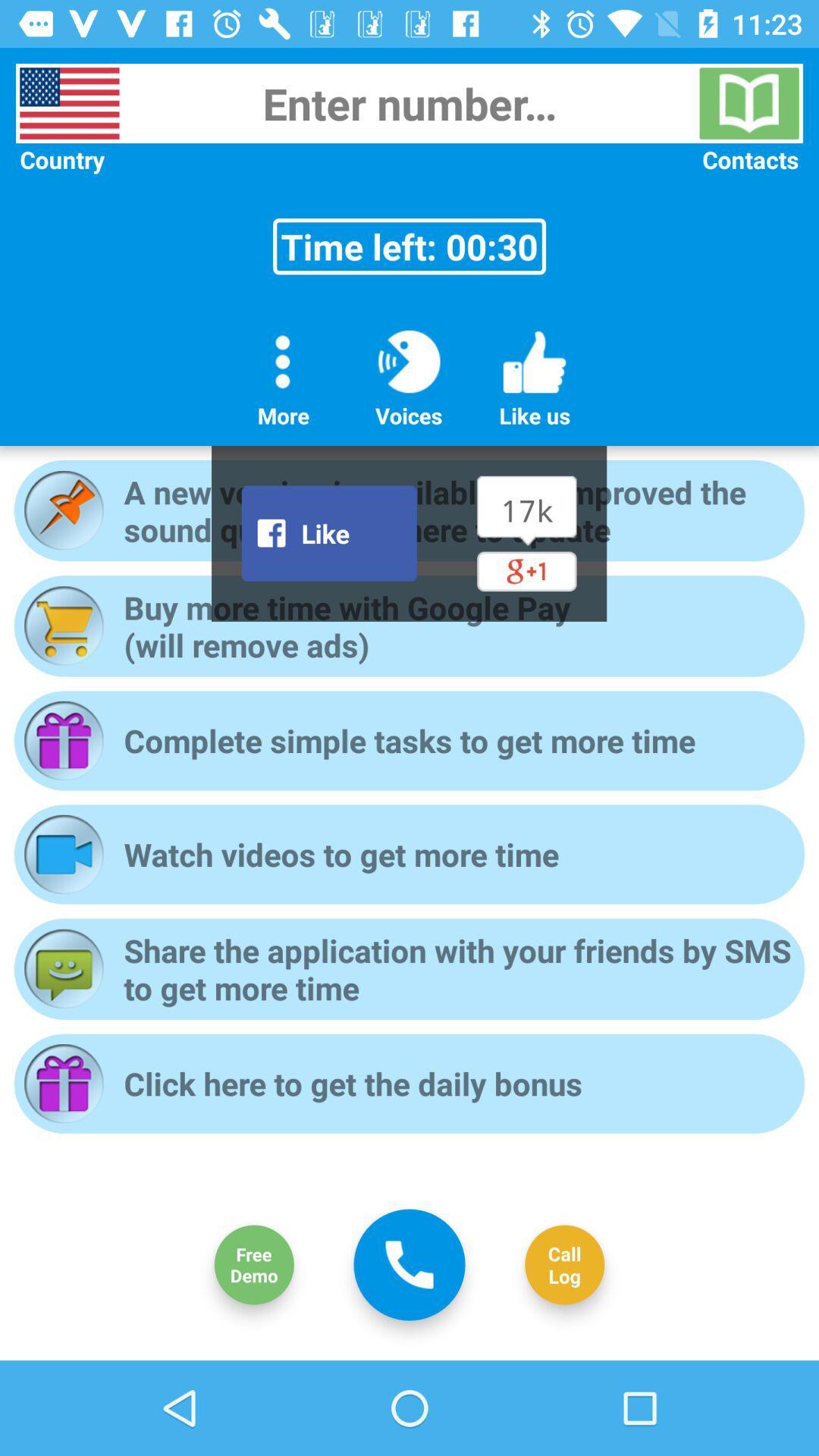  Describe the element at coordinates (253, 1265) in the screenshot. I see `the avatar icon` at that location.